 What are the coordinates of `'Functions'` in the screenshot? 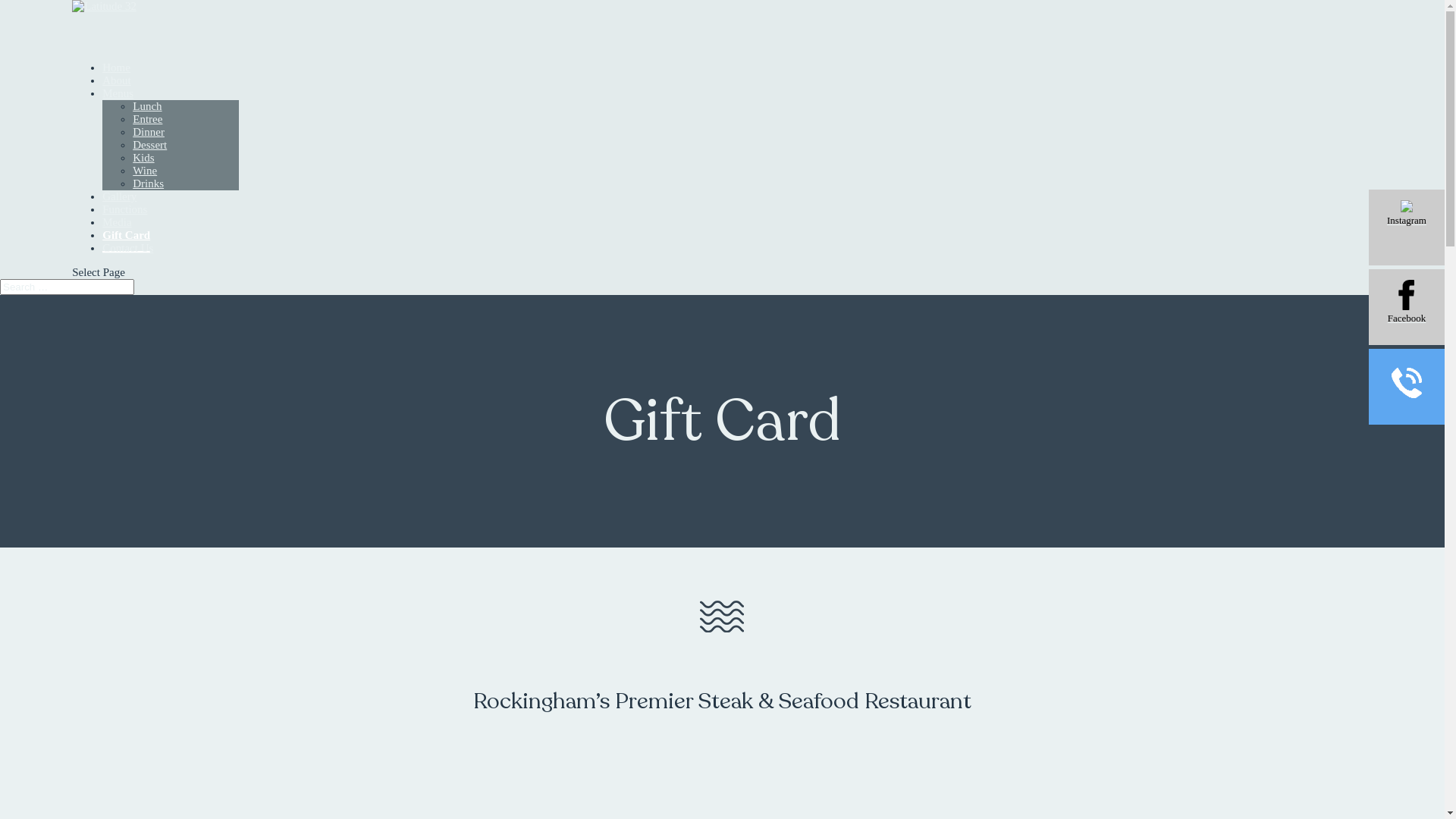 It's located at (124, 227).